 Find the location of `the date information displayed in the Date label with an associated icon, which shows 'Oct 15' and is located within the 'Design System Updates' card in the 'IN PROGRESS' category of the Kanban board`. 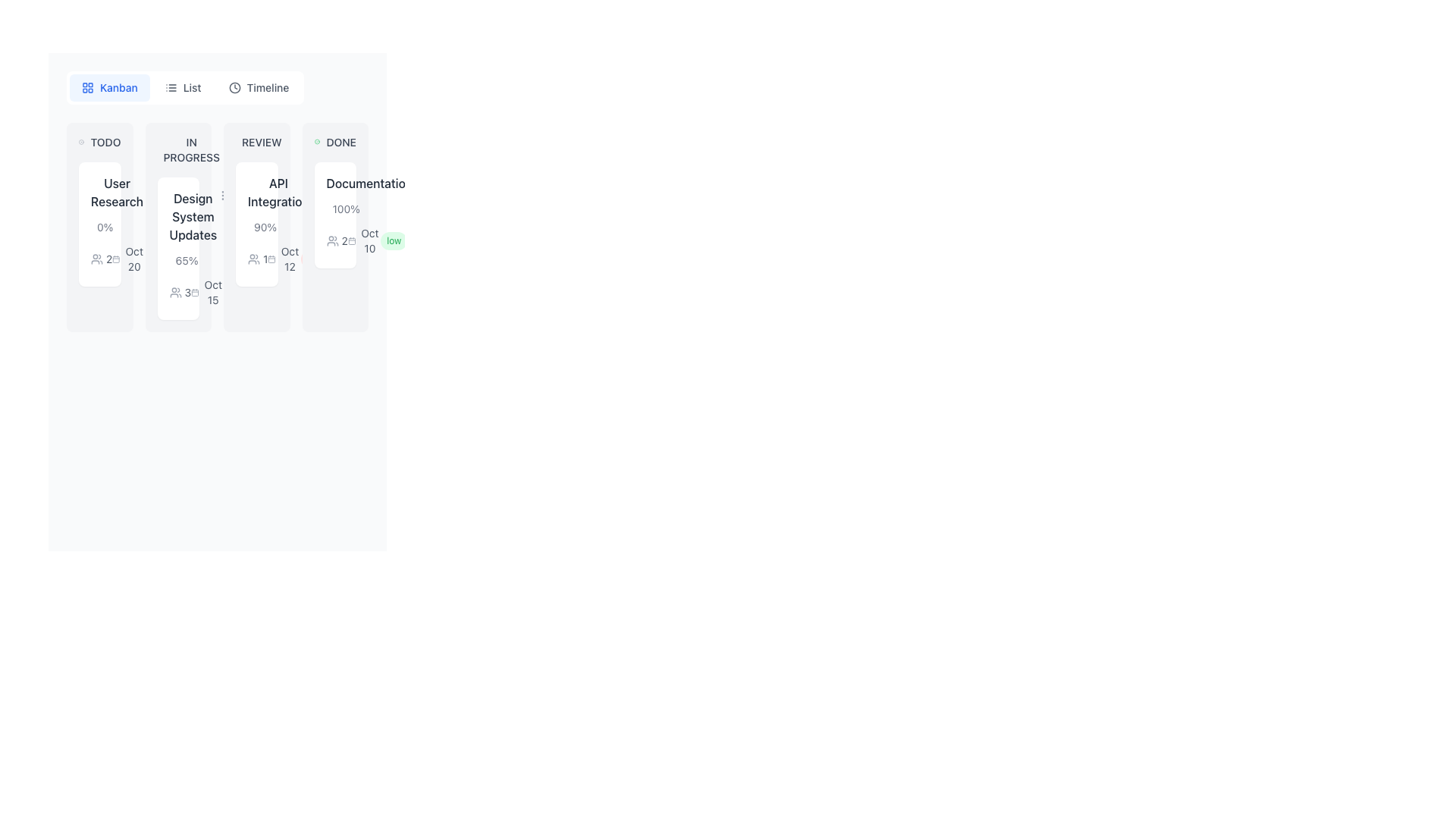

the date information displayed in the Date label with an associated icon, which shows 'Oct 15' and is located within the 'Design System Updates' card in the 'IN PROGRESS' category of the Kanban board is located at coordinates (206, 292).